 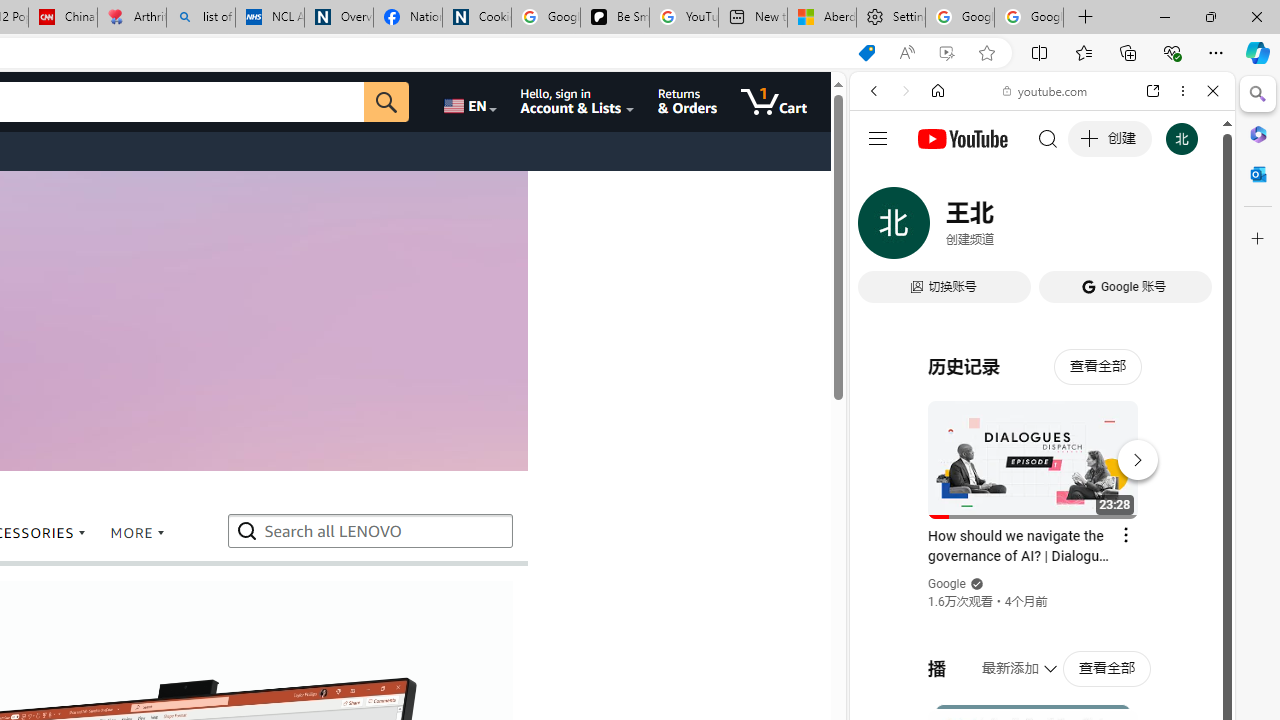 What do you see at coordinates (1045, 91) in the screenshot?
I see `'youtube.com'` at bounding box center [1045, 91].